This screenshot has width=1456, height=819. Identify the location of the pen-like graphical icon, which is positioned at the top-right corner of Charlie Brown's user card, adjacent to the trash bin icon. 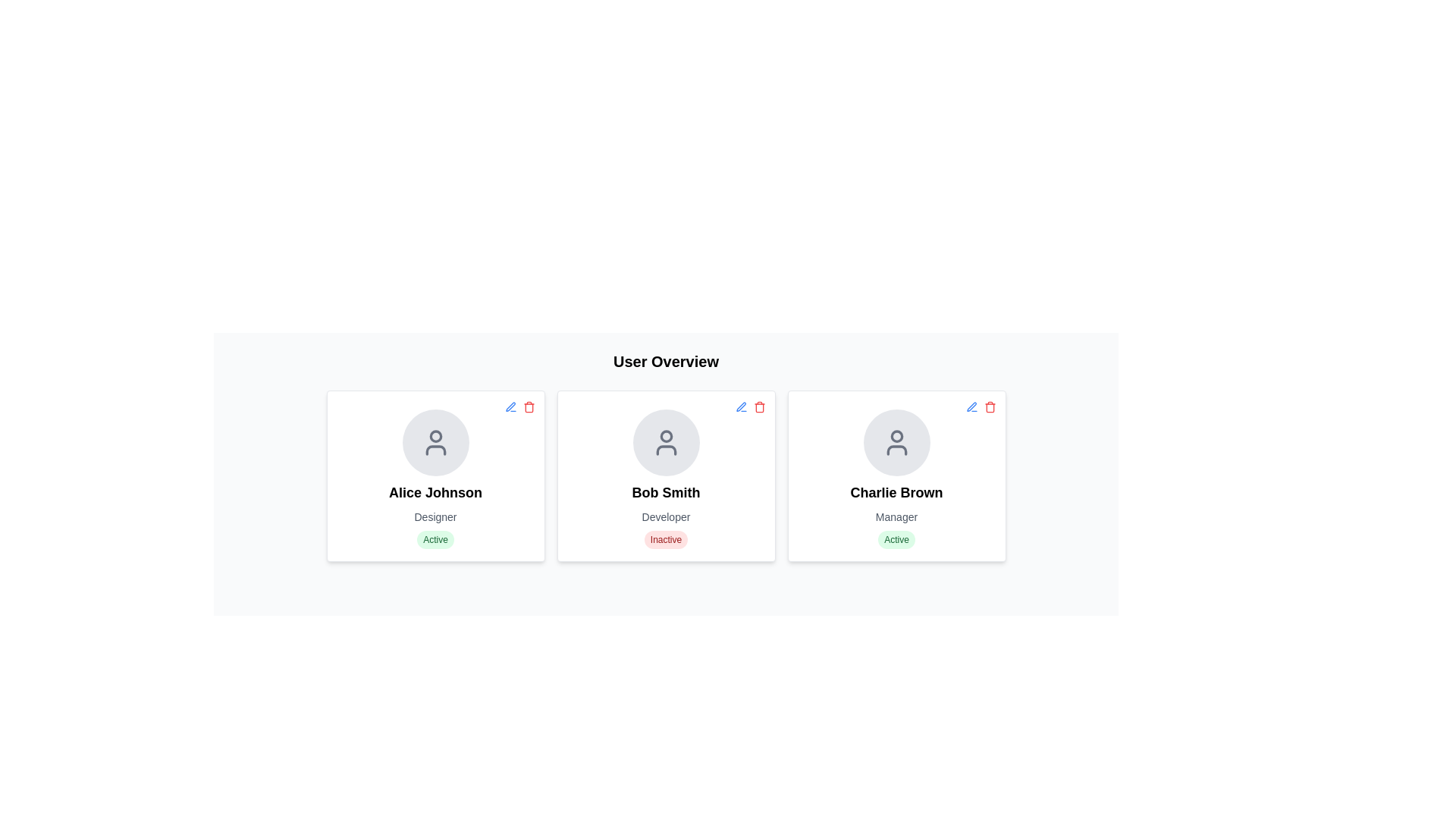
(971, 406).